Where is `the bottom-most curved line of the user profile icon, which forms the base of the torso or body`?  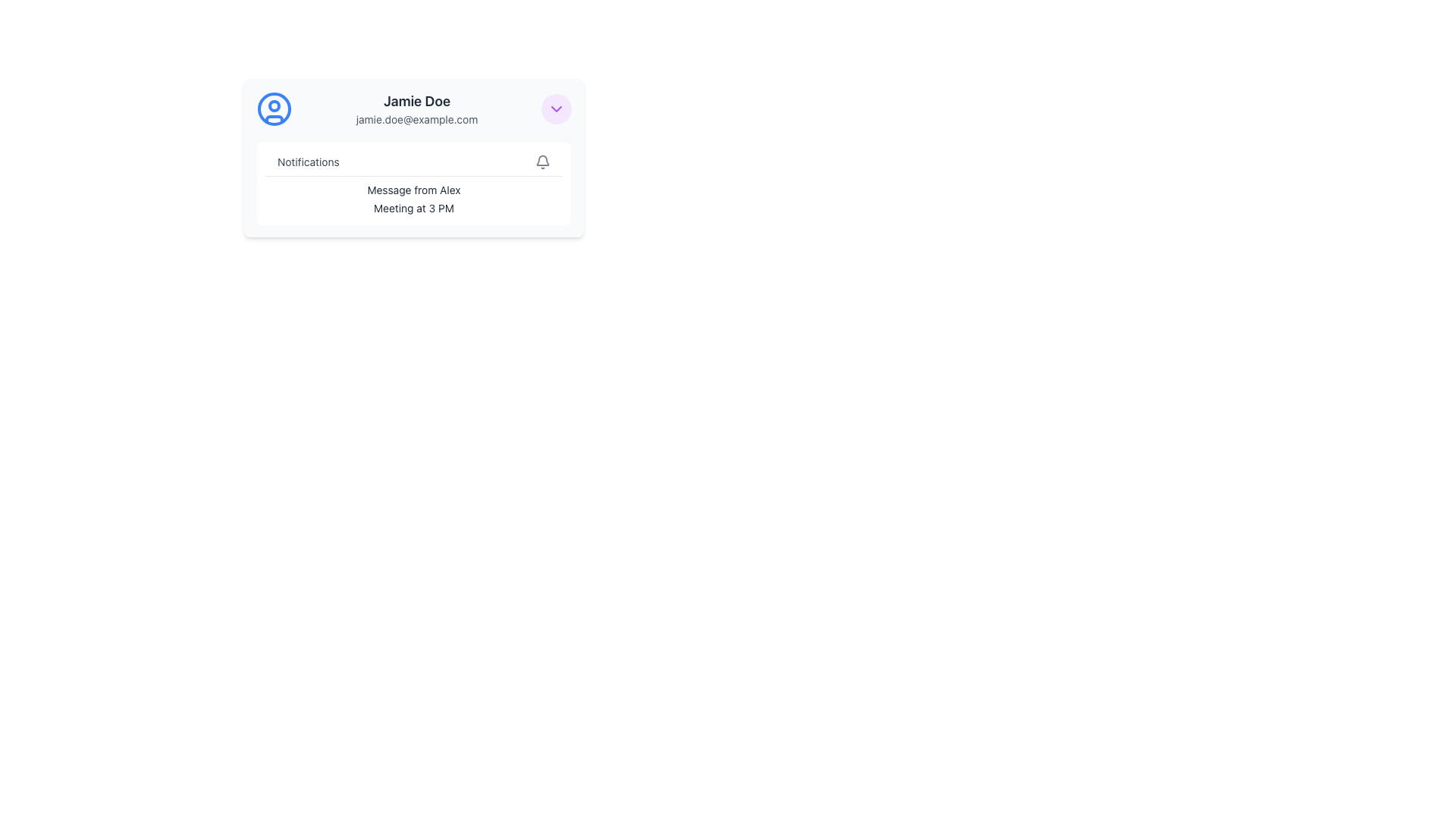 the bottom-most curved line of the user profile icon, which forms the base of the torso or body is located at coordinates (274, 118).